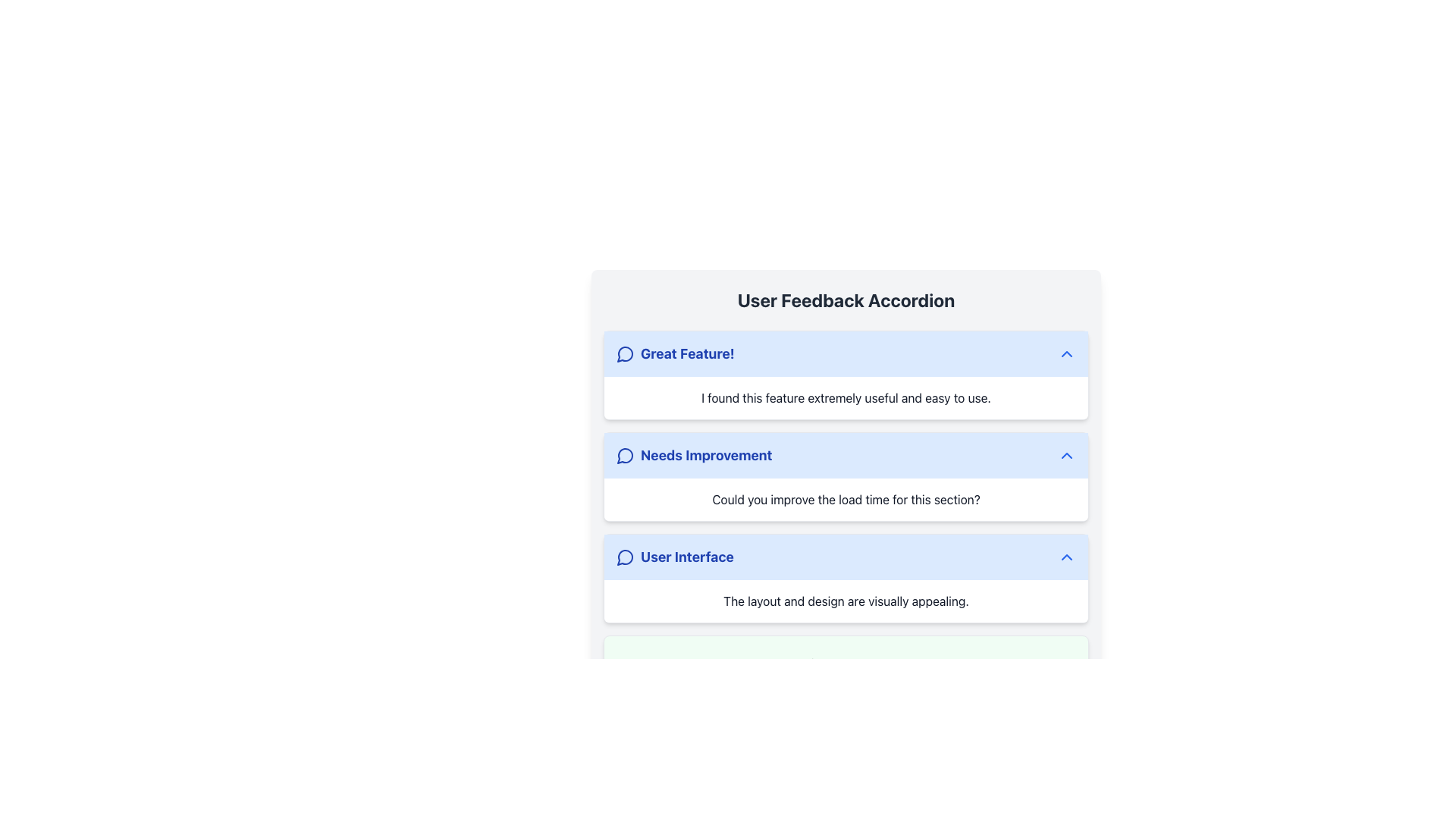 The height and width of the screenshot is (819, 1456). Describe the element at coordinates (674, 557) in the screenshot. I see `the 'User Interface' label with a message bubble icon to focus on related content` at that location.